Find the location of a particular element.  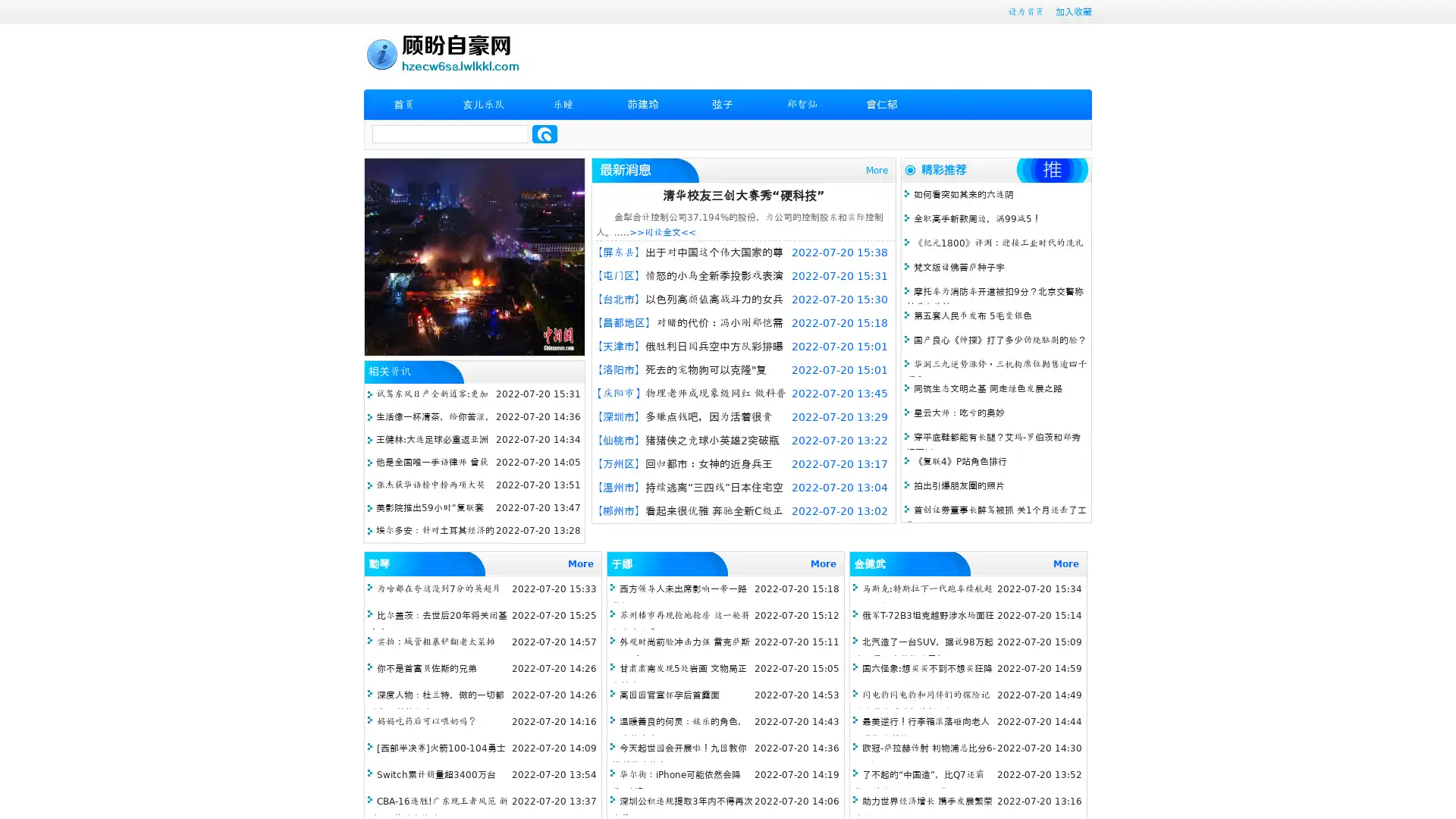

Search is located at coordinates (544, 133).